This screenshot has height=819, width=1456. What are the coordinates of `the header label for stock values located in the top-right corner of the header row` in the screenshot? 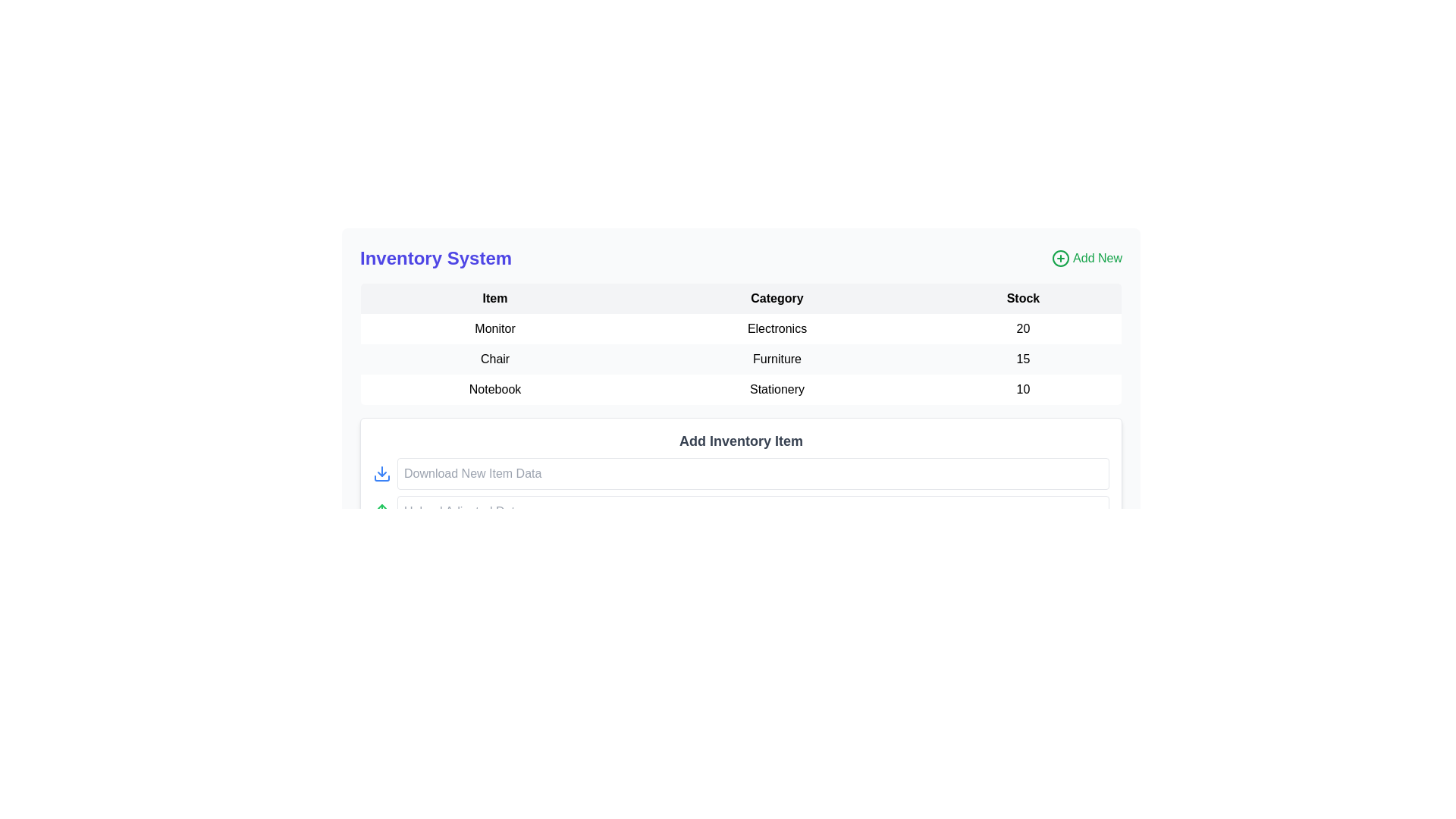 It's located at (1023, 298).